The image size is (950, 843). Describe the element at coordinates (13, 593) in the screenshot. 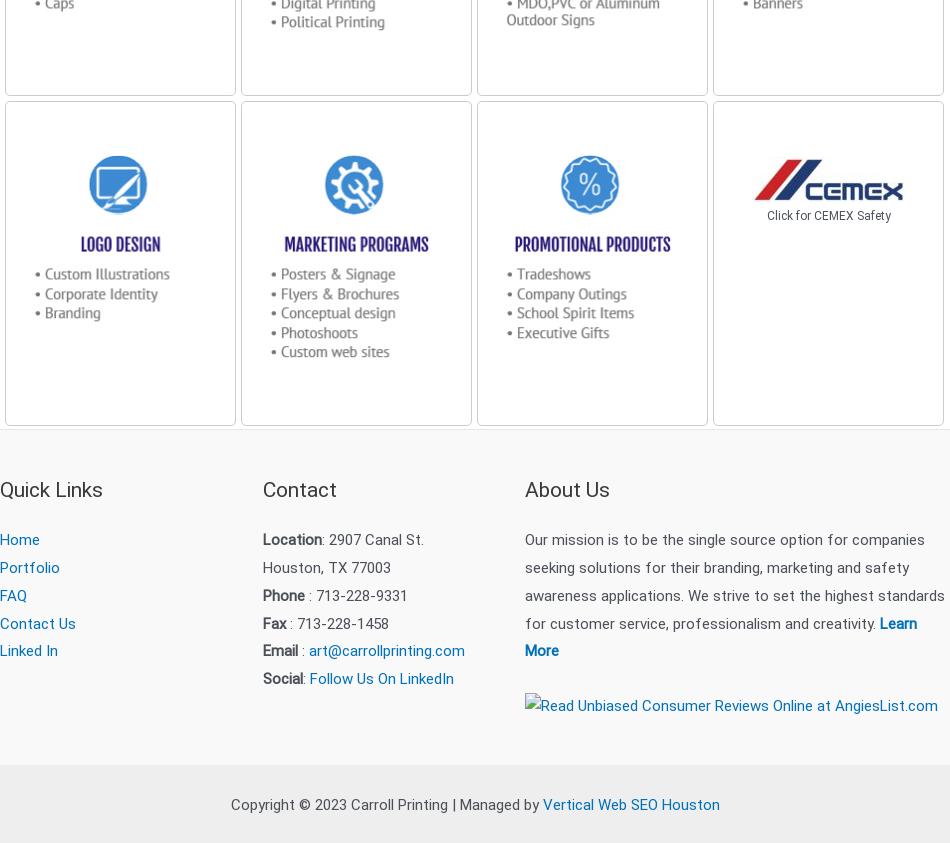

I see `'FAQ'` at that location.